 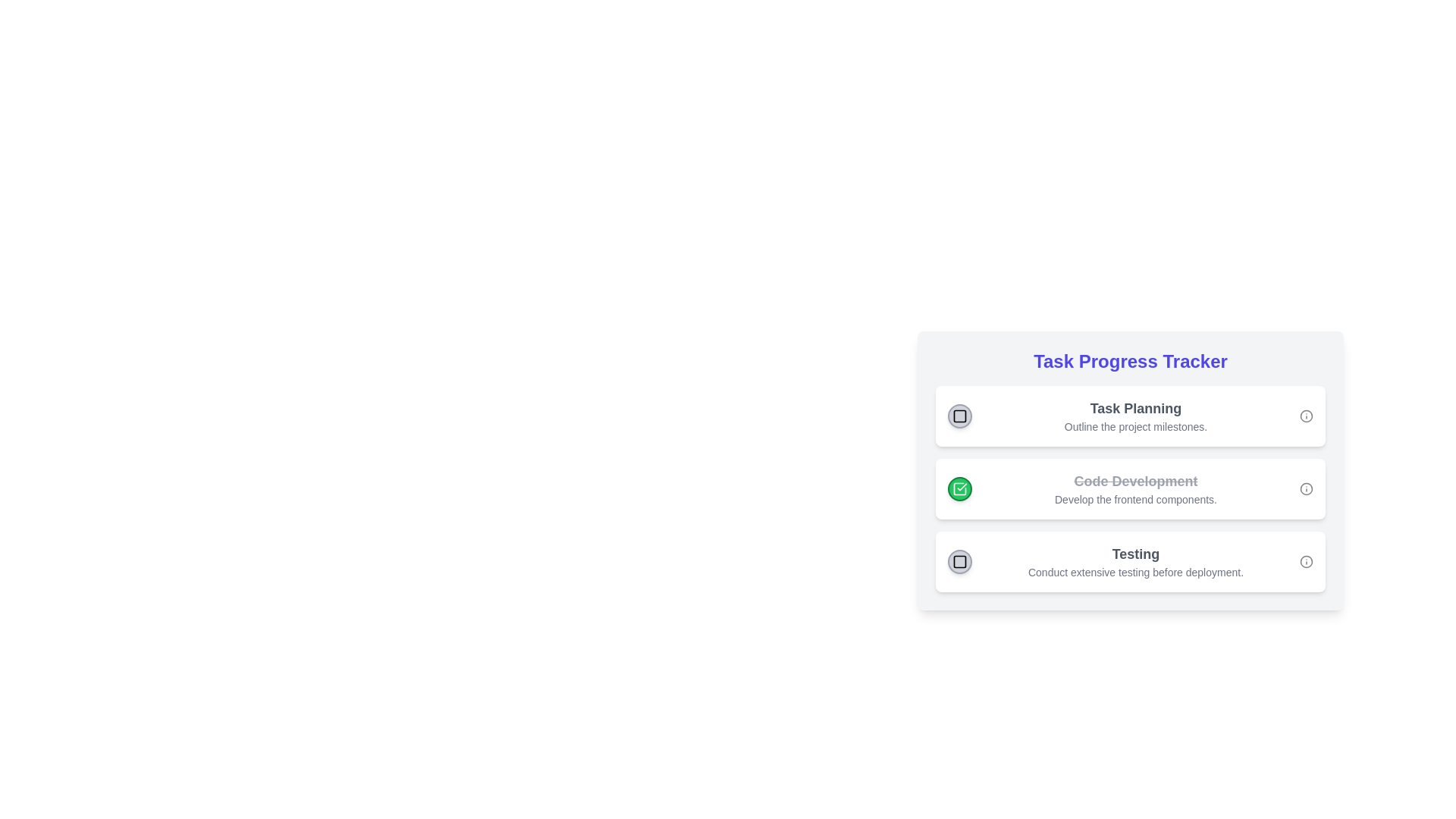 What do you see at coordinates (959, 488) in the screenshot?
I see `the circular button with an icon located in the second row of the 'Task Progress Tracker' card, to toggle the completion state of the associated task` at bounding box center [959, 488].